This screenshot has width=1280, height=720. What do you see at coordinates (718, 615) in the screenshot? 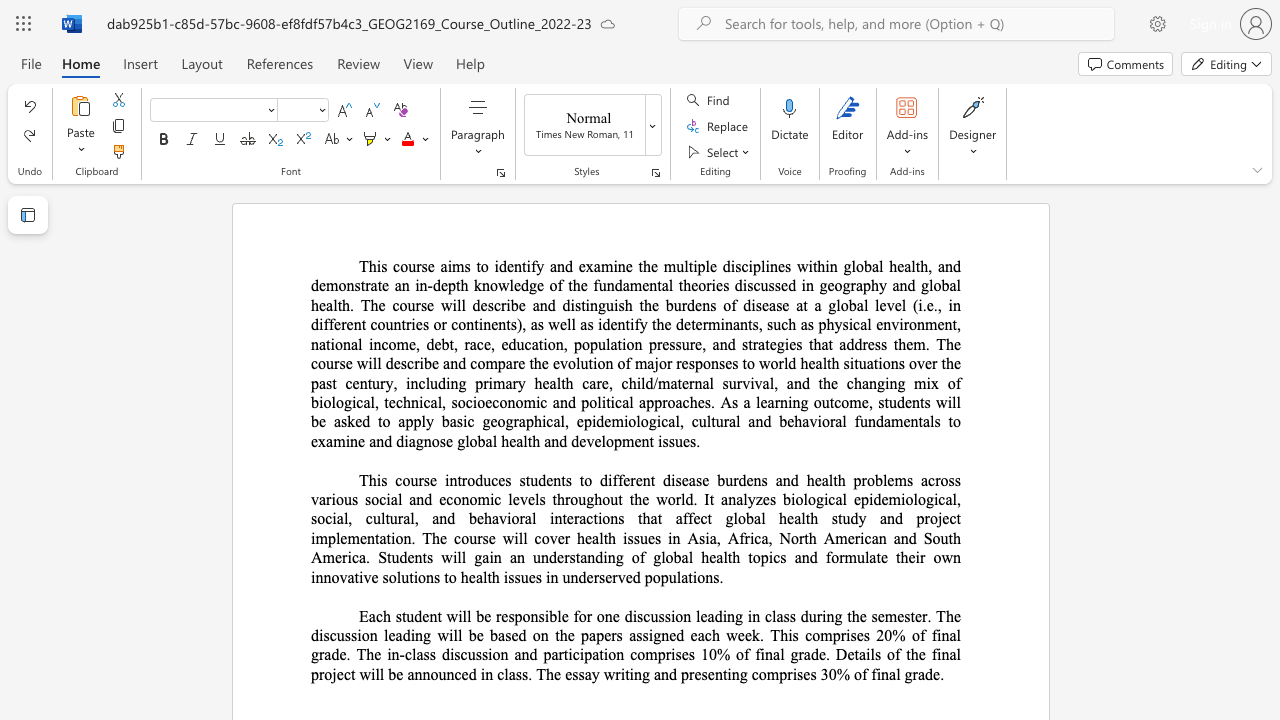
I see `the 3th character "d" in the text` at bounding box center [718, 615].